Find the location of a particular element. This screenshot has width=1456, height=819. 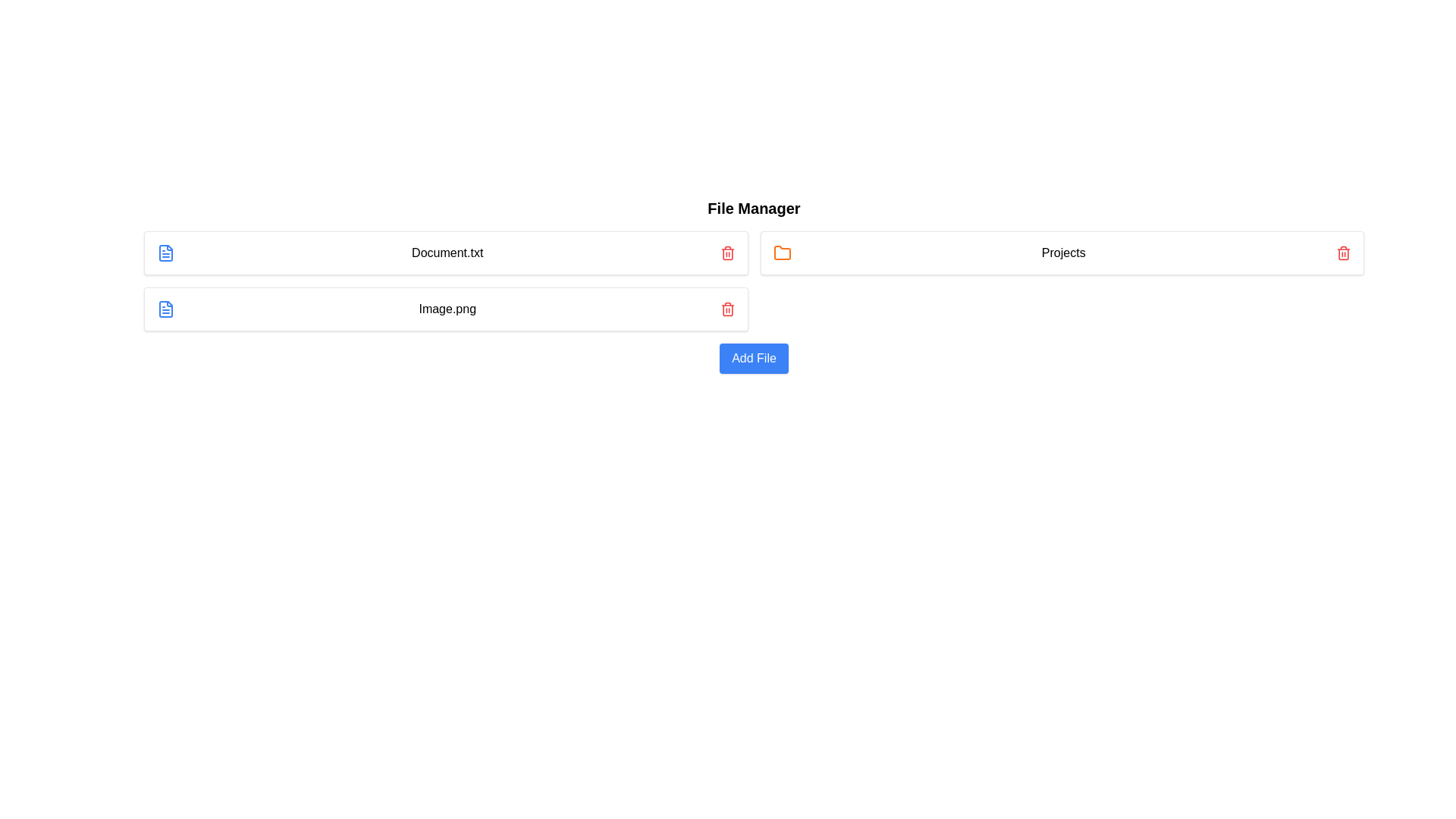

the transparent rounded rectangle Icon component part representing a trash bin, located to the right side of a file item in the file manager table is located at coordinates (726, 309).